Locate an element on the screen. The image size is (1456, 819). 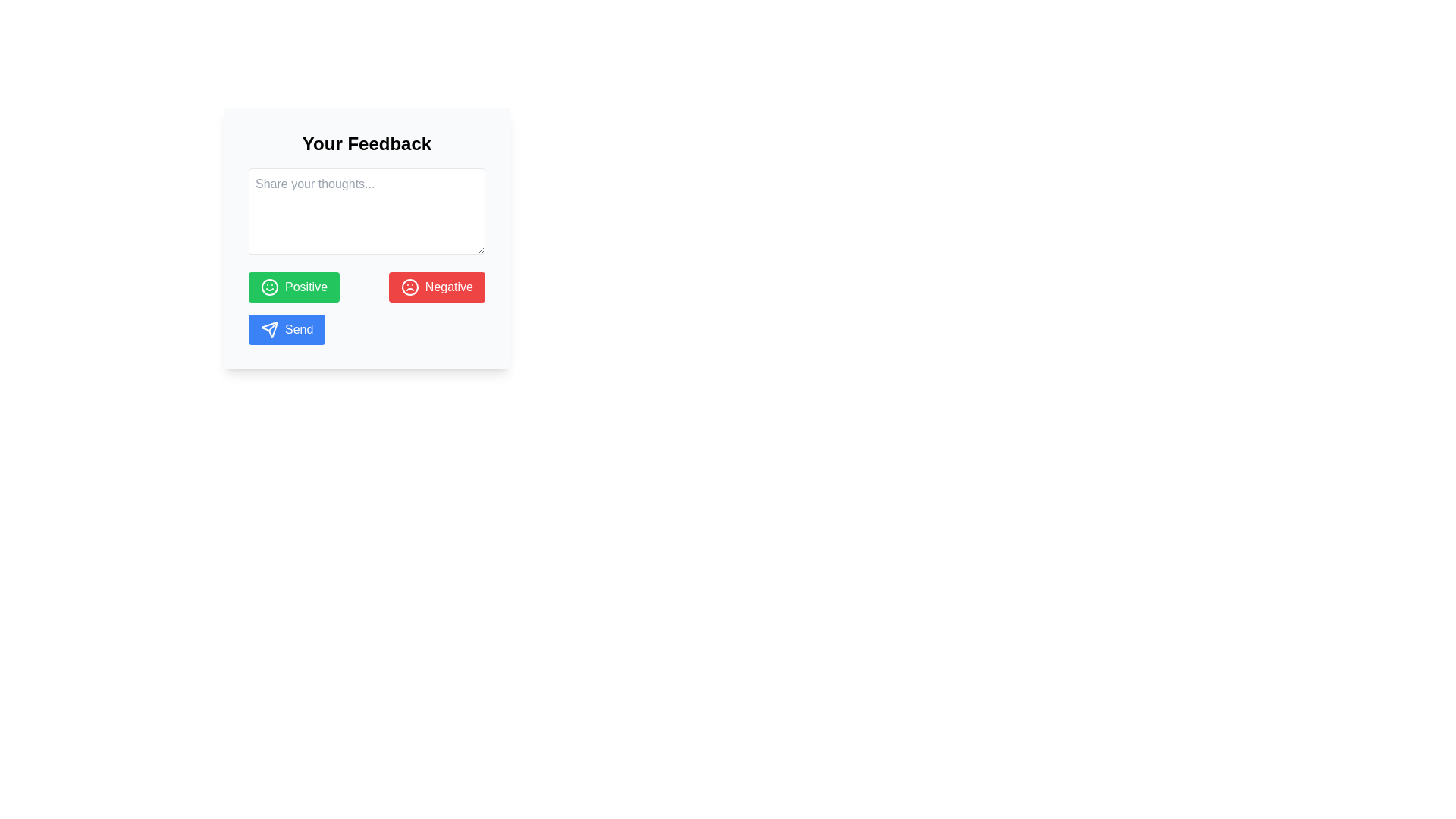
the 'Send' button, which is a rectangular button with white text on a blue background and a paper plane icon, located in the lower section of the feedback form is located at coordinates (287, 329).